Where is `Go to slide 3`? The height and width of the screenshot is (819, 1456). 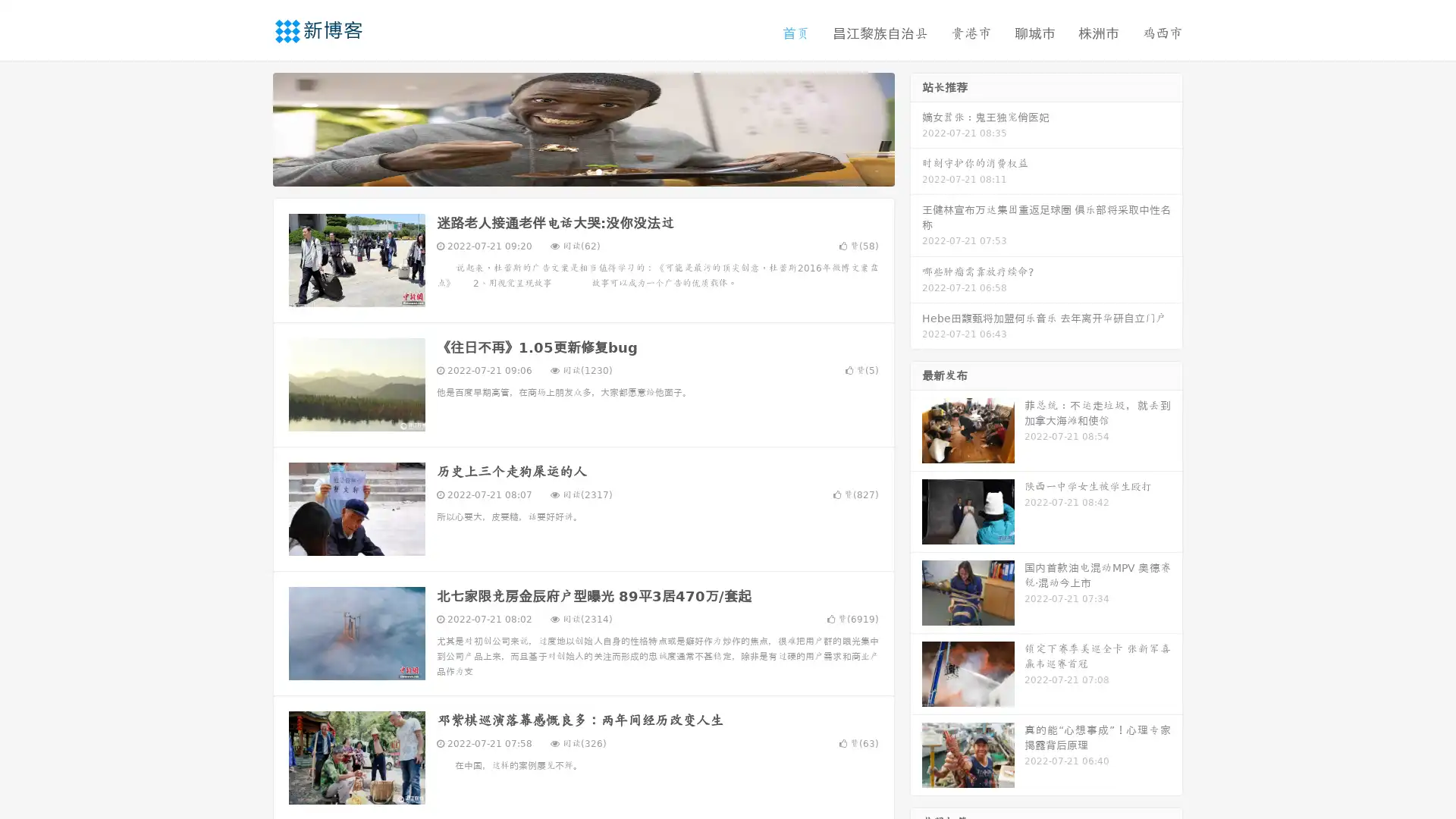
Go to slide 3 is located at coordinates (598, 171).